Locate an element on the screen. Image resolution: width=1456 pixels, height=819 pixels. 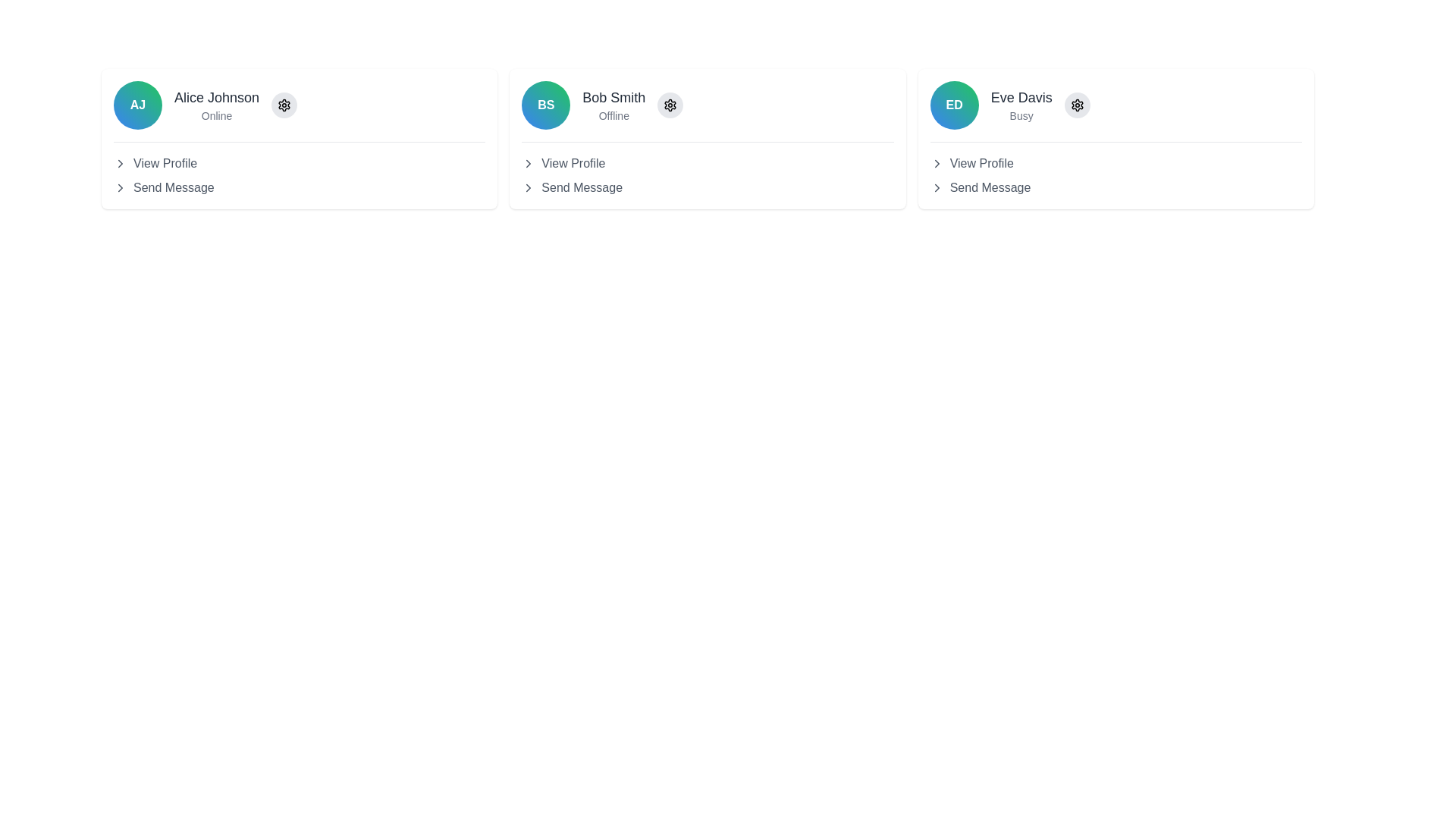
the status indicator text label for 'Eve Davis', which shows that she is currently busy, located beneath her name in the user card is located at coordinates (1021, 115).